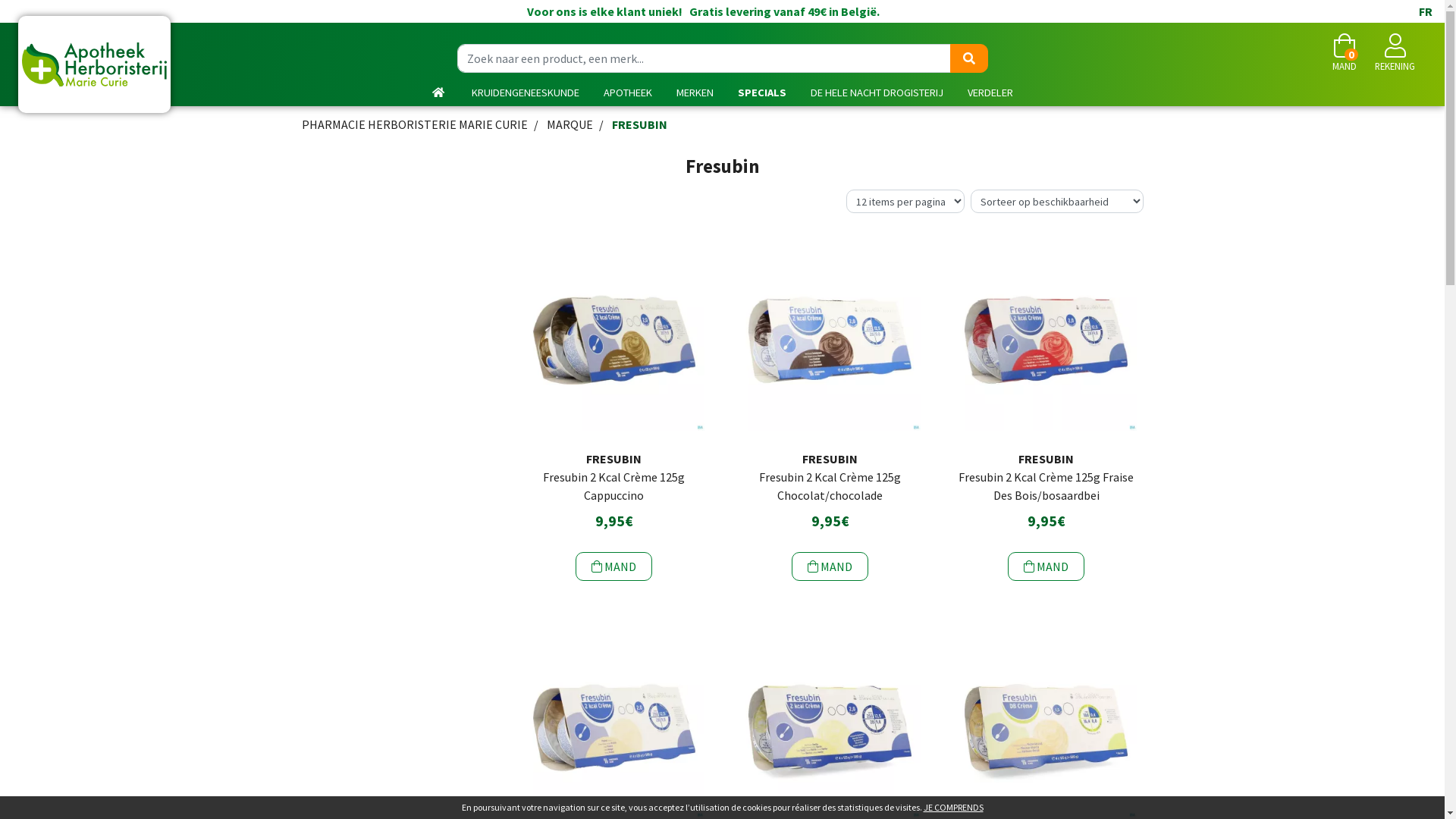 The width and height of the screenshot is (1456, 819). What do you see at coordinates (628, 93) in the screenshot?
I see `'APOTHEEK'` at bounding box center [628, 93].